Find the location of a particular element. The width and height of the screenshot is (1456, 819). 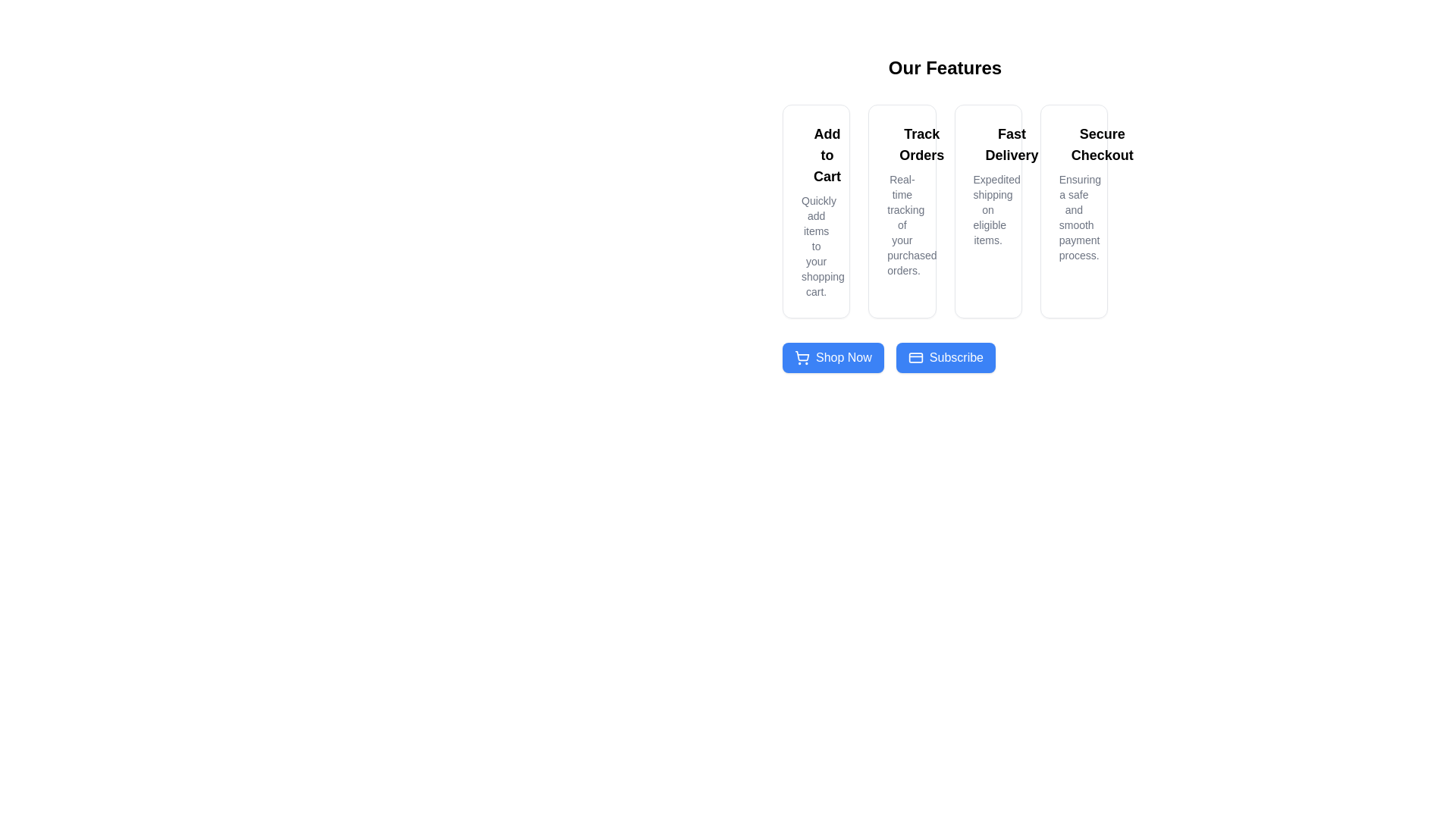

the 'Shop Now' text label, which is styled in white font on a blue background is located at coordinates (843, 357).